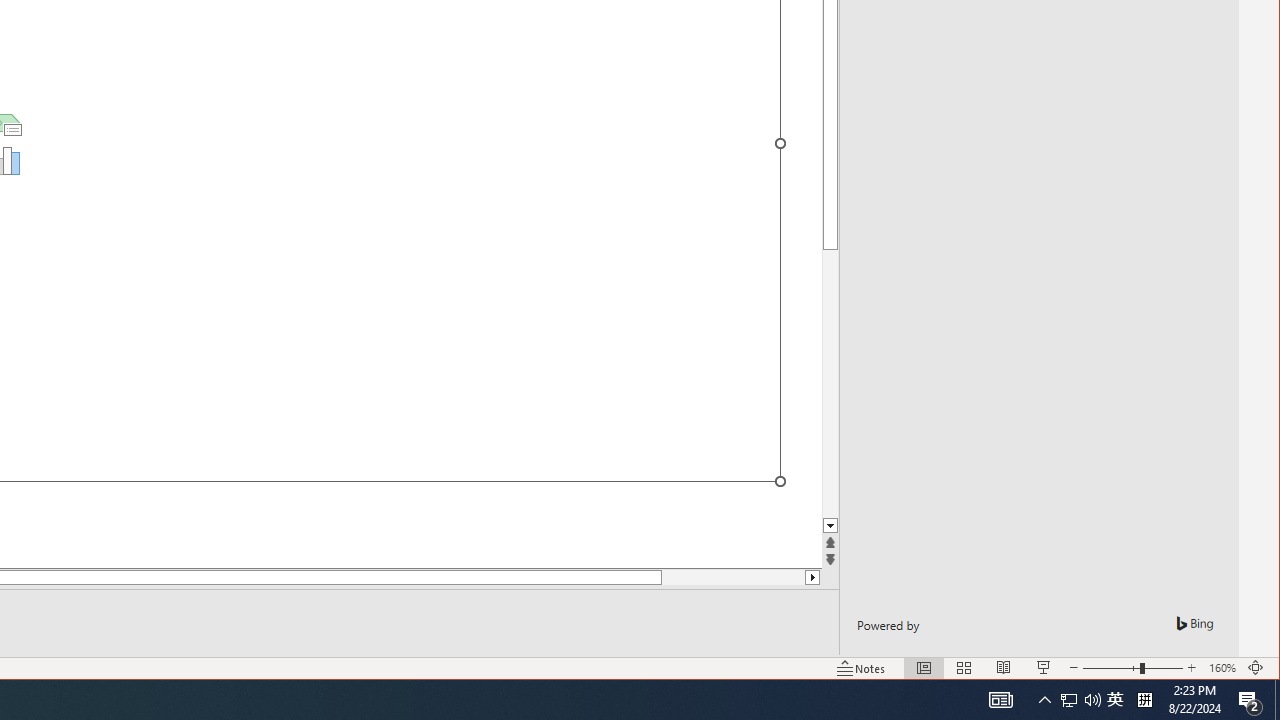  What do you see at coordinates (1221, 668) in the screenshot?
I see `'Zoom 160%'` at bounding box center [1221, 668].